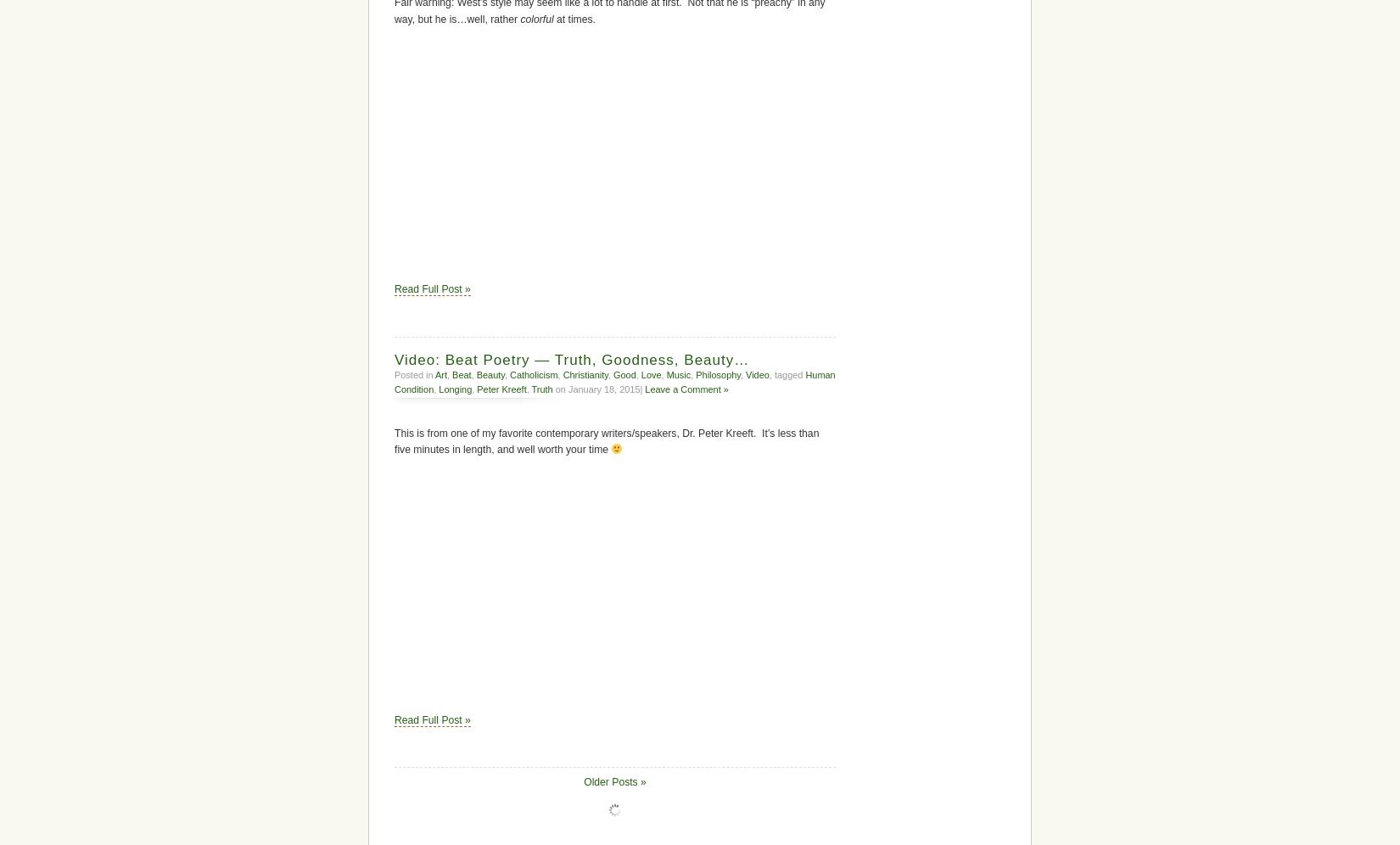 The width and height of the screenshot is (1400, 845). What do you see at coordinates (583, 781) in the screenshot?
I see `'Older Posts »'` at bounding box center [583, 781].